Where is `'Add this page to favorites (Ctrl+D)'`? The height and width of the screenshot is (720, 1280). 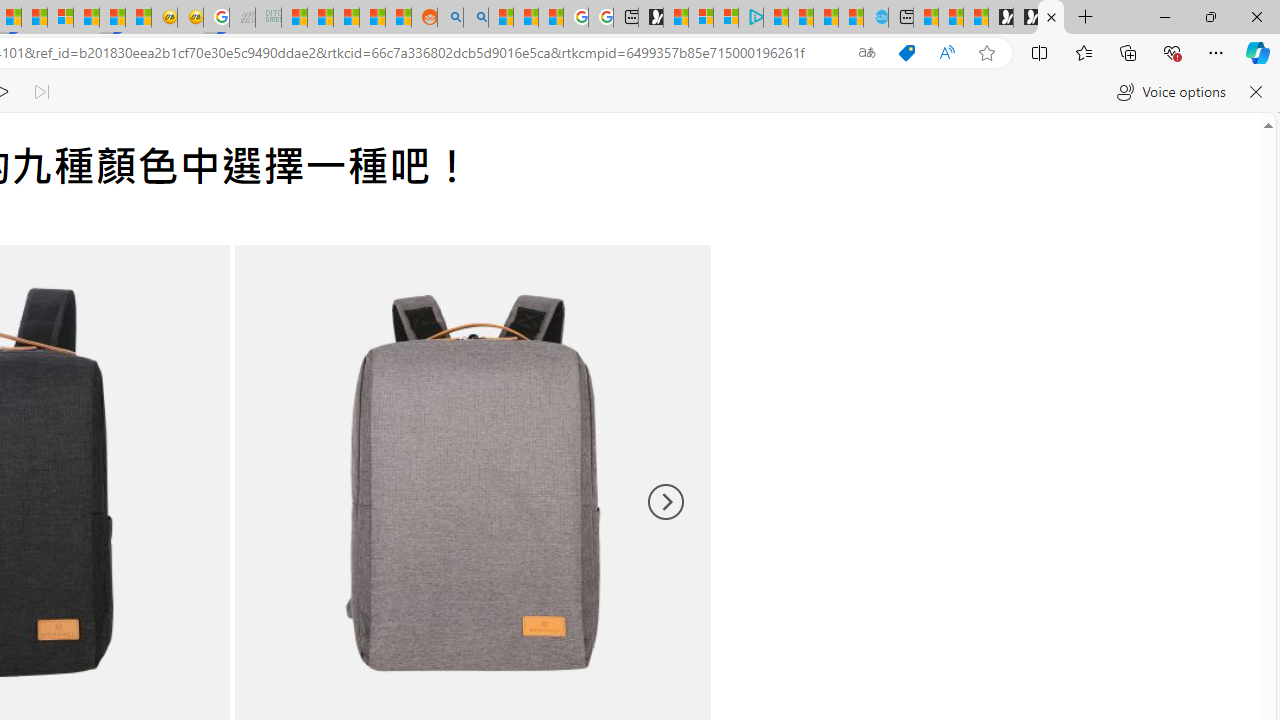 'Add this page to favorites (Ctrl+D)' is located at coordinates (986, 52).